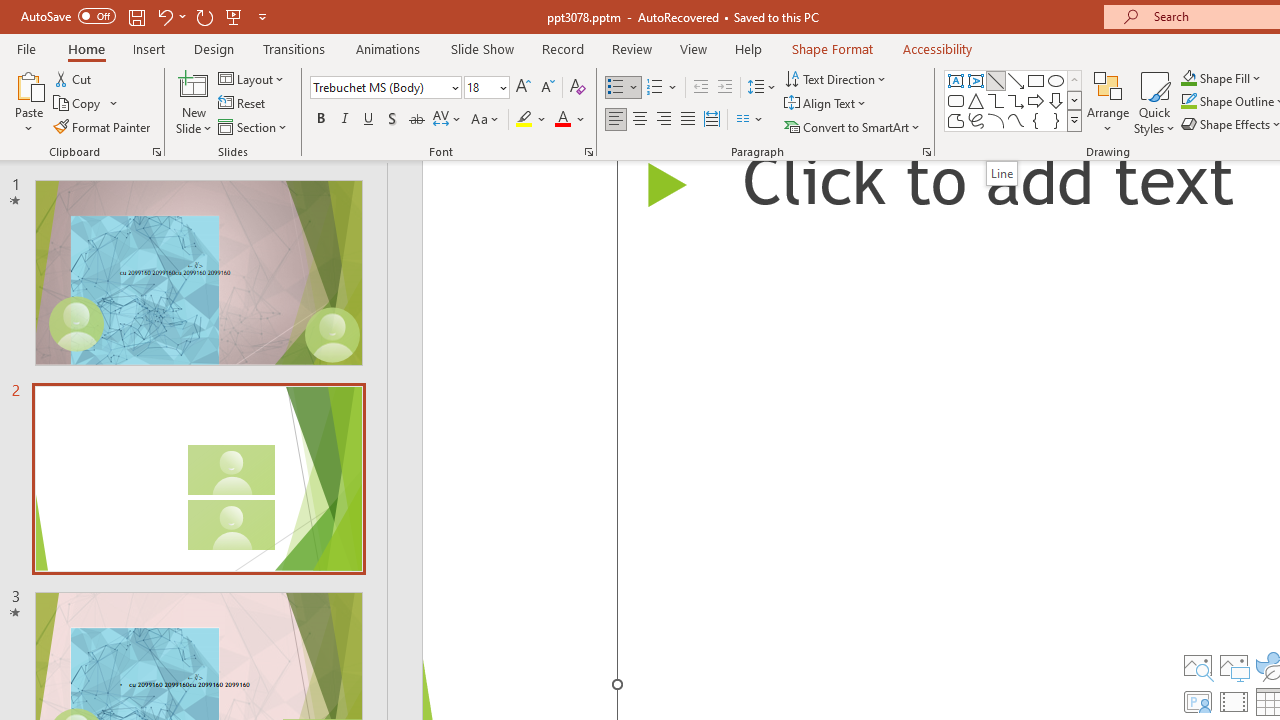 The width and height of the screenshot is (1280, 720). What do you see at coordinates (761, 86) in the screenshot?
I see `'Line Spacing'` at bounding box center [761, 86].